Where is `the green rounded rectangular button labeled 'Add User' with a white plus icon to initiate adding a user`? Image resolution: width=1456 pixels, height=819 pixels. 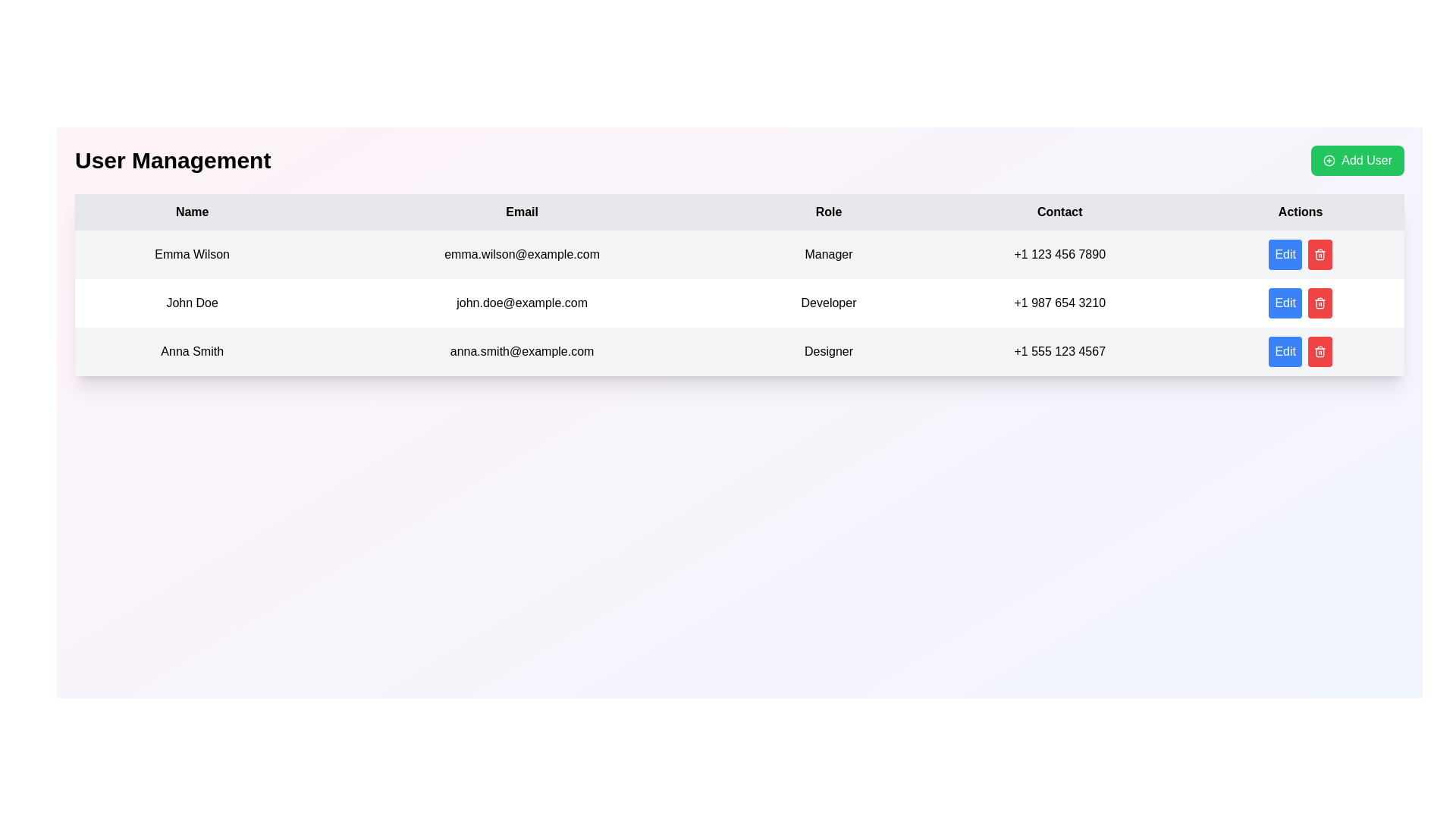 the green rounded rectangular button labeled 'Add User' with a white plus icon to initiate adding a user is located at coordinates (1357, 161).